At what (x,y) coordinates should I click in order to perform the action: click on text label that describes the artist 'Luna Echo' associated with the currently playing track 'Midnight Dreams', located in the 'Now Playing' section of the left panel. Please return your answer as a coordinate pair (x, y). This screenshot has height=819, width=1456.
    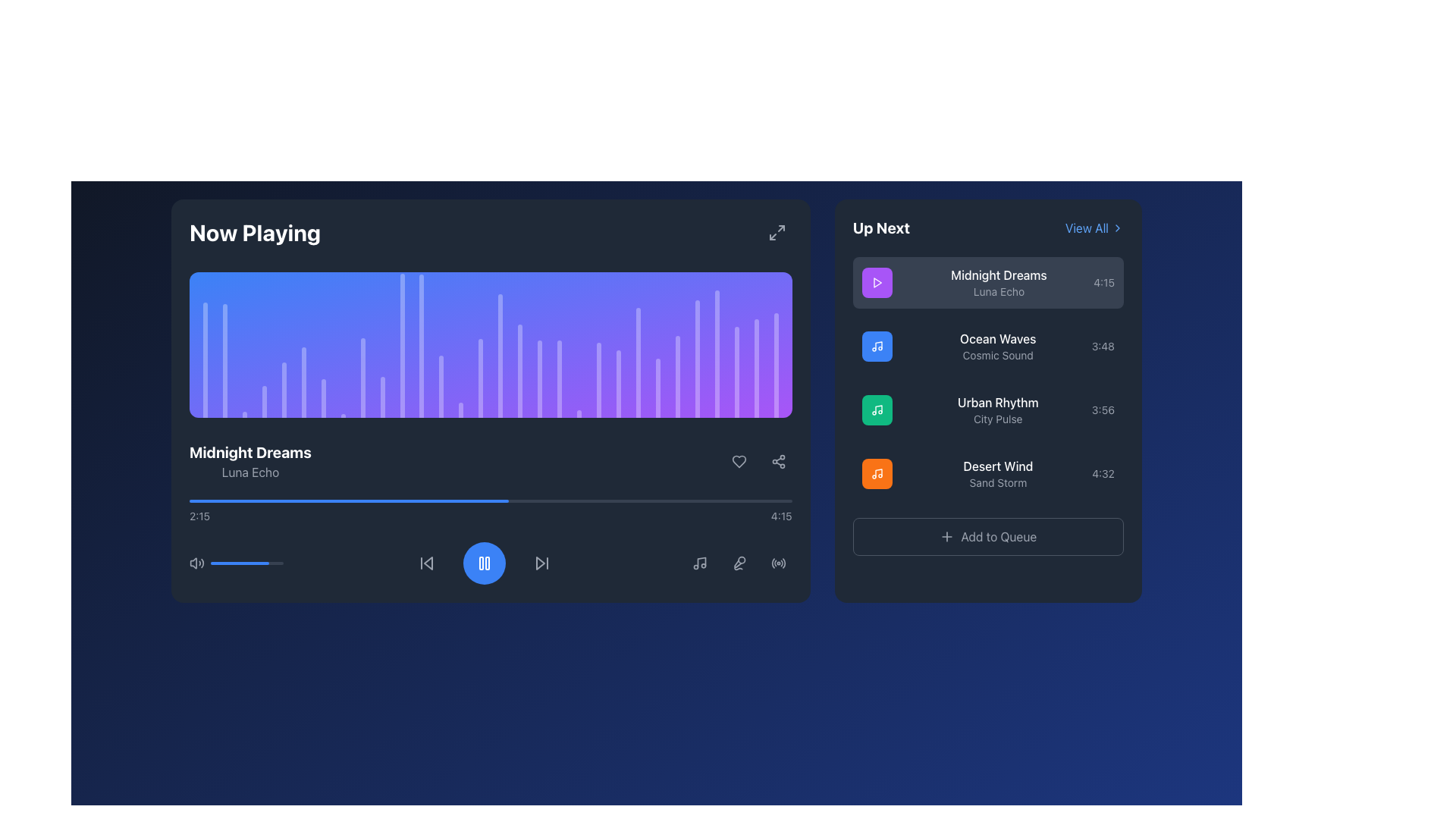
    Looking at the image, I should click on (250, 472).